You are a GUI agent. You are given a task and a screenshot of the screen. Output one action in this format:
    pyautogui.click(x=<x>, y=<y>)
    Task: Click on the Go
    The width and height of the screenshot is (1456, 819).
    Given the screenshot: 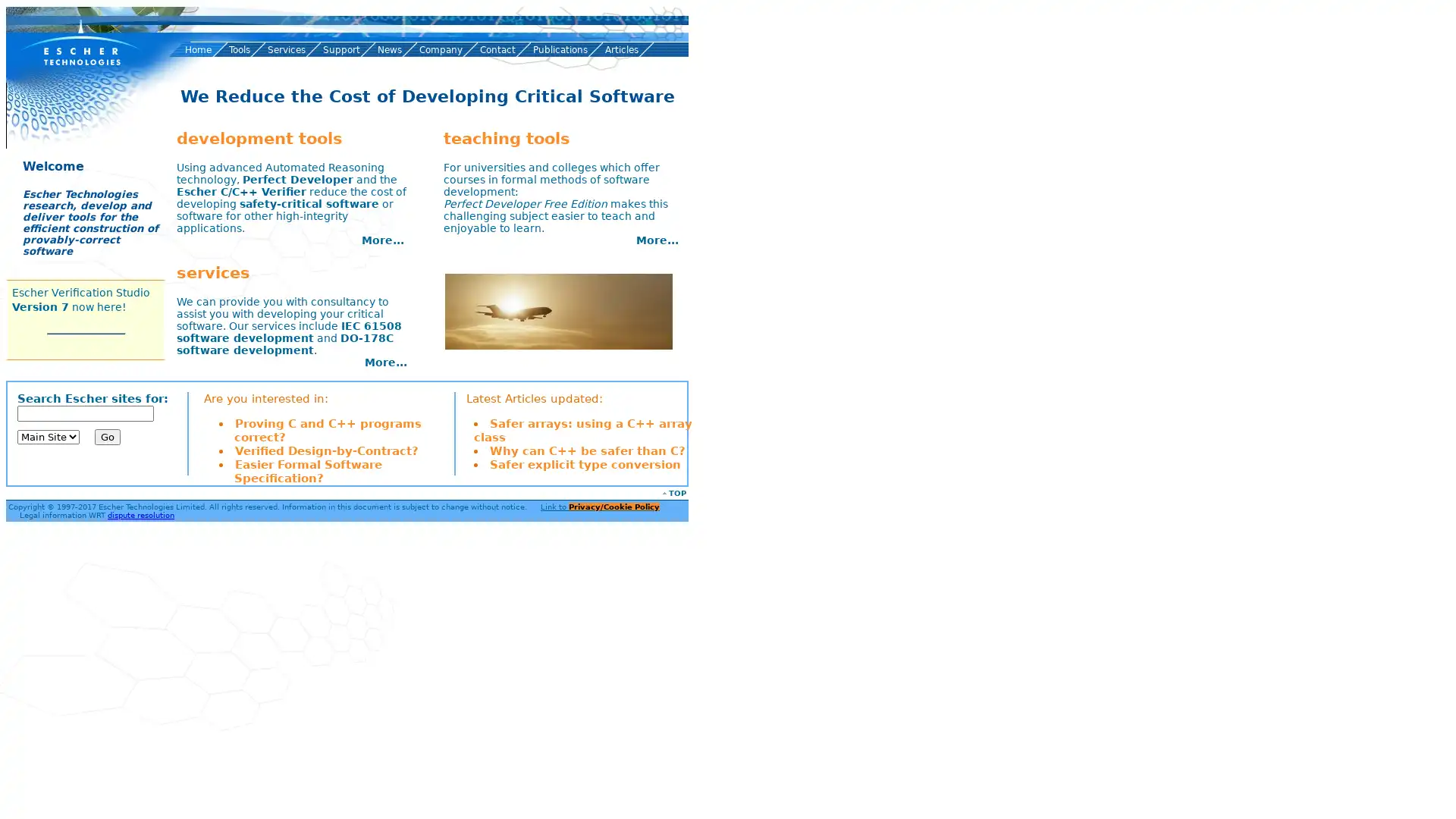 What is the action you would take?
    pyautogui.click(x=107, y=436)
    